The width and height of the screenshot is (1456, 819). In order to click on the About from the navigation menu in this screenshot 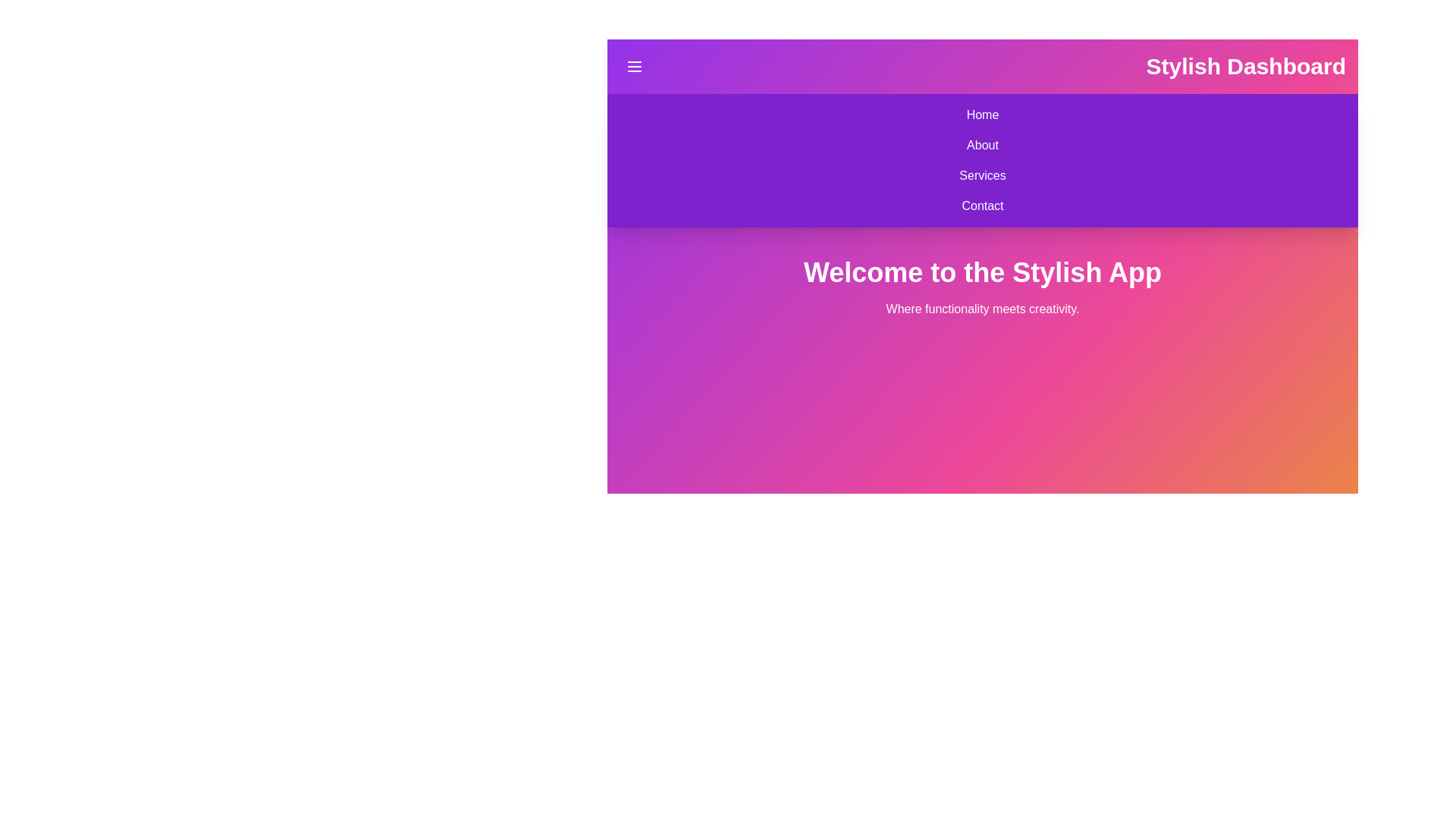, I will do `click(619, 146)`.